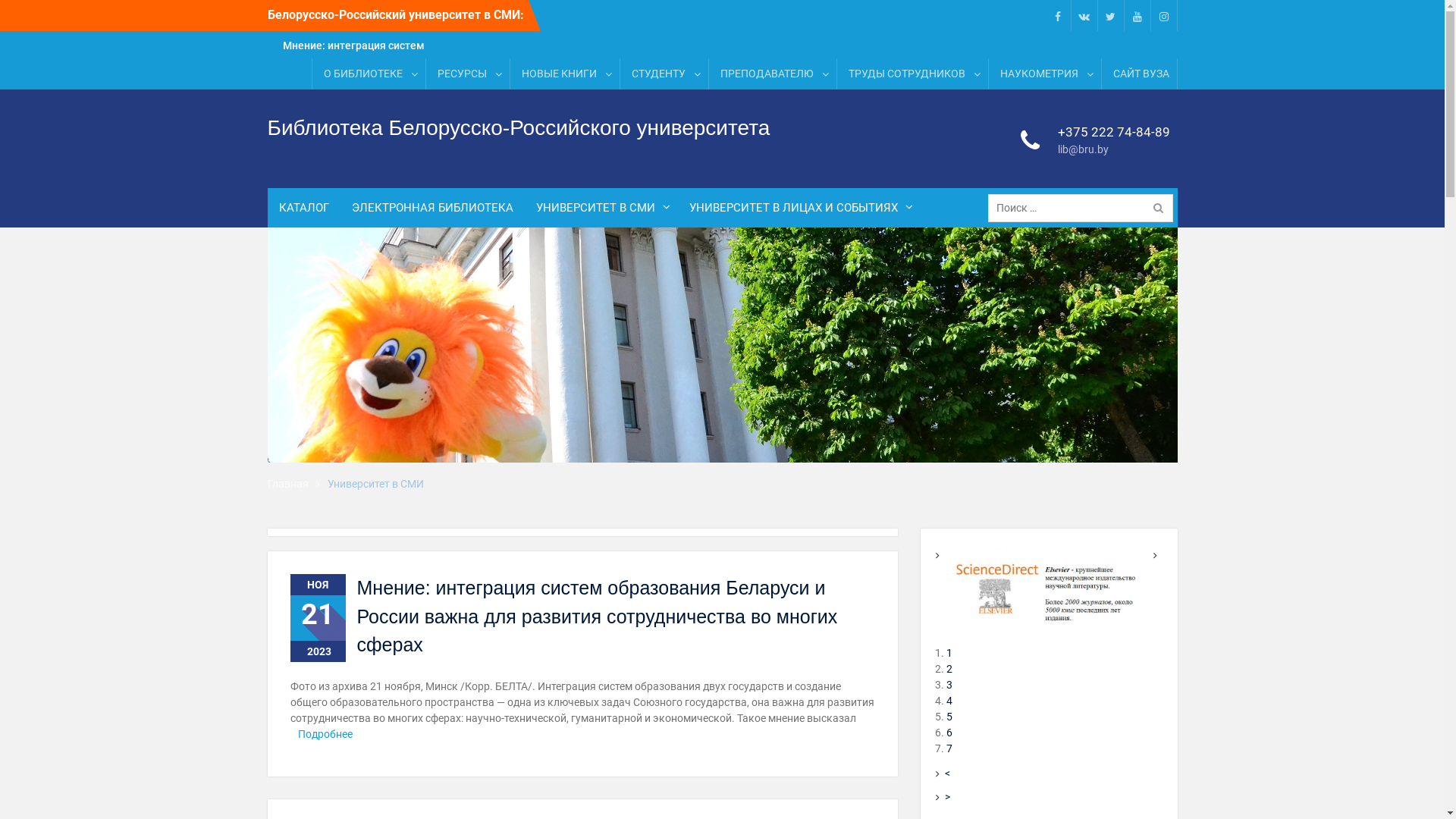 The height and width of the screenshot is (819, 1456). What do you see at coordinates (946, 684) in the screenshot?
I see `'3'` at bounding box center [946, 684].